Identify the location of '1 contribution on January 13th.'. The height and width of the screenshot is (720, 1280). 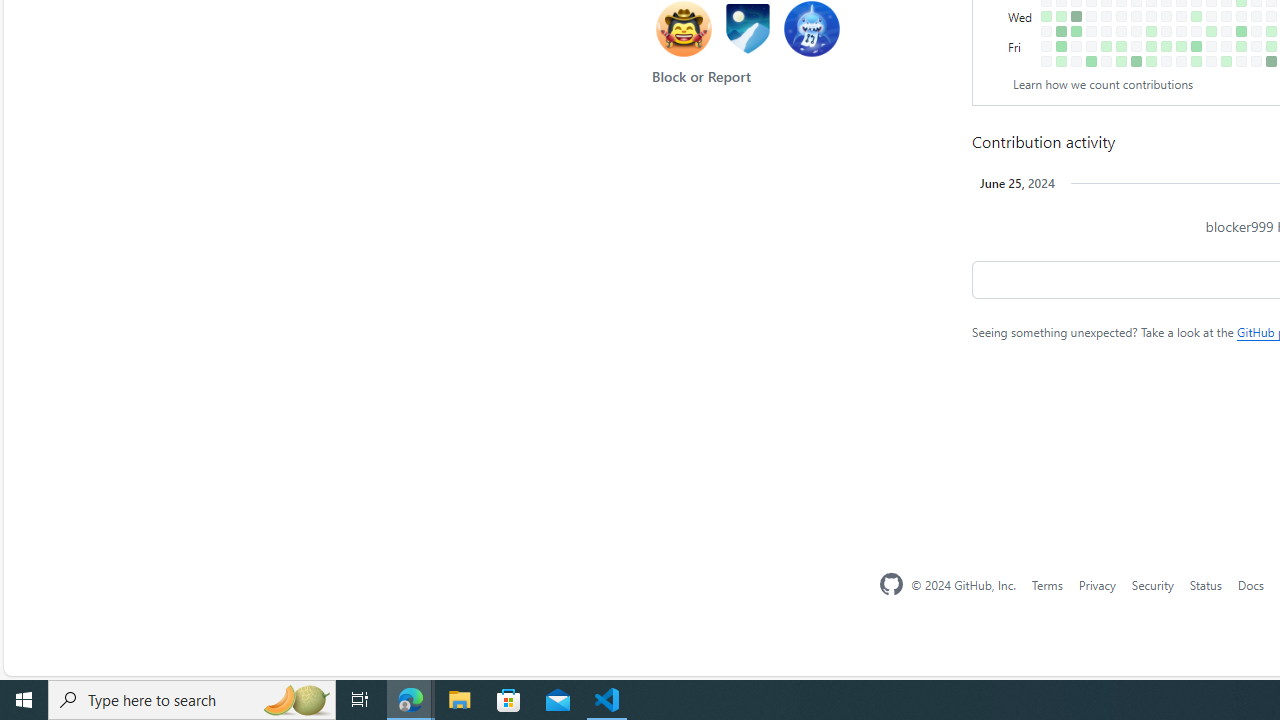
(1060, 60).